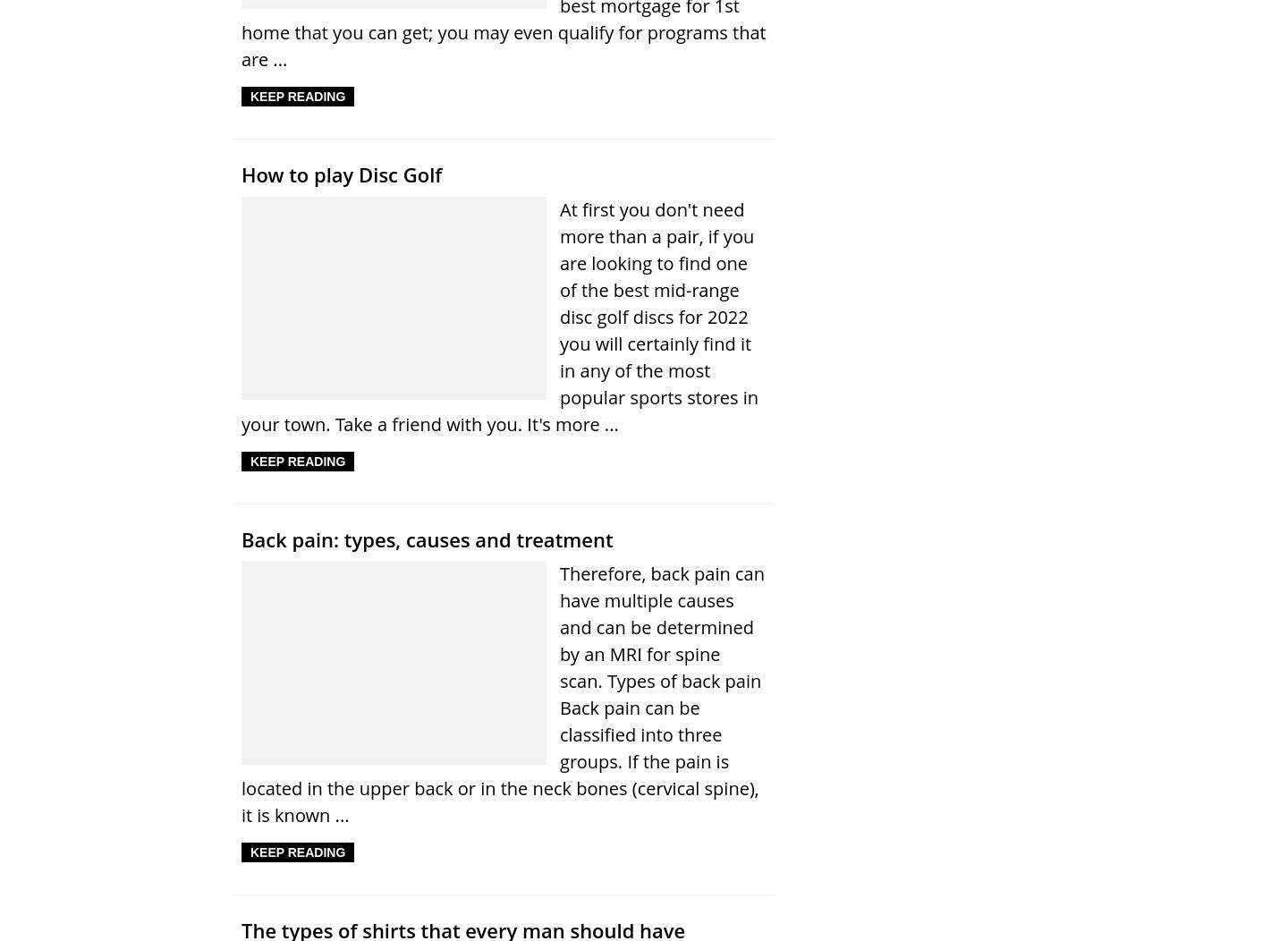 The width and height of the screenshot is (1288, 941). I want to click on 'About', so click(608, 262).